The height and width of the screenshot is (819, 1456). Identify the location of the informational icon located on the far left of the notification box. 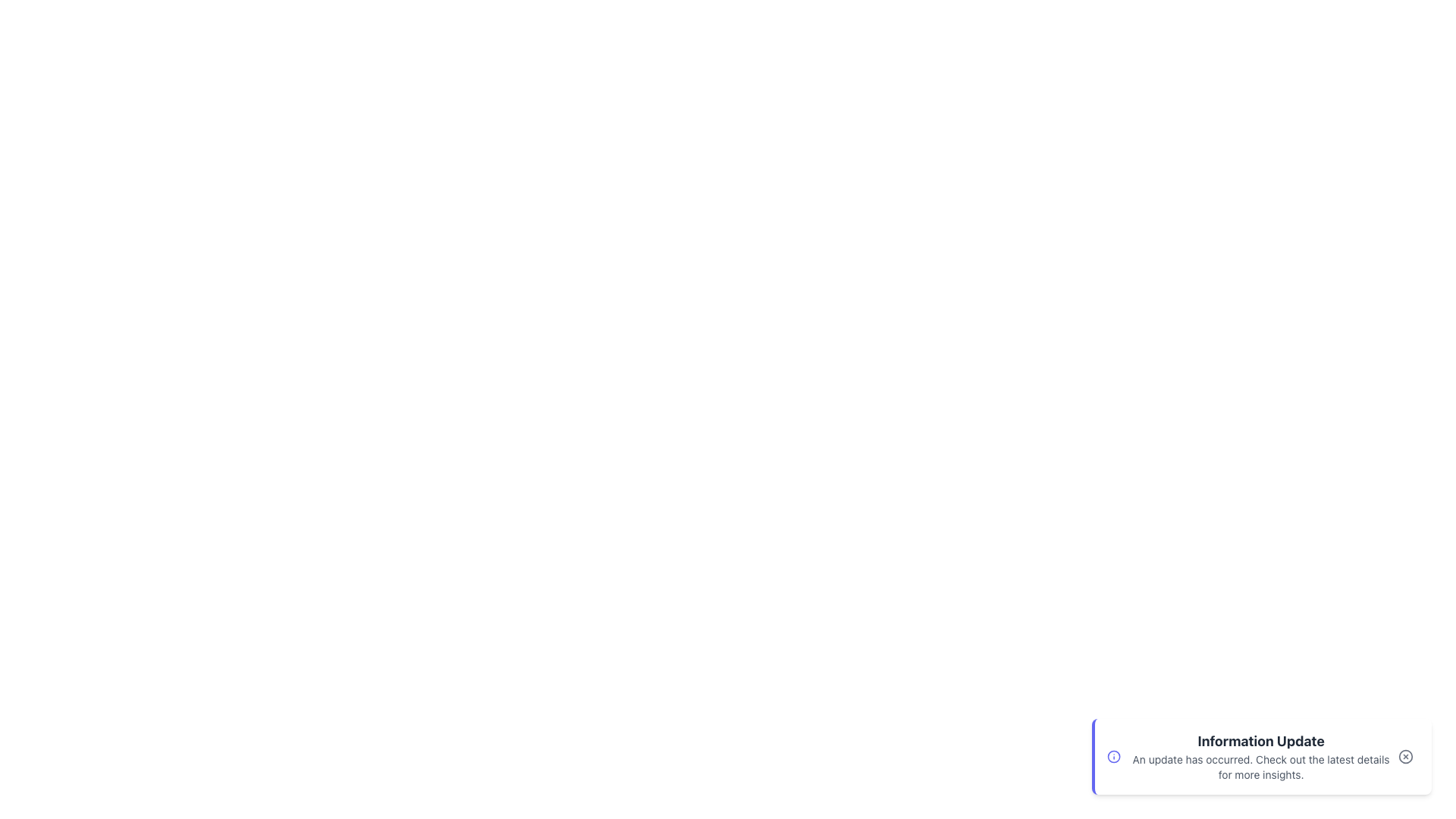
(1114, 757).